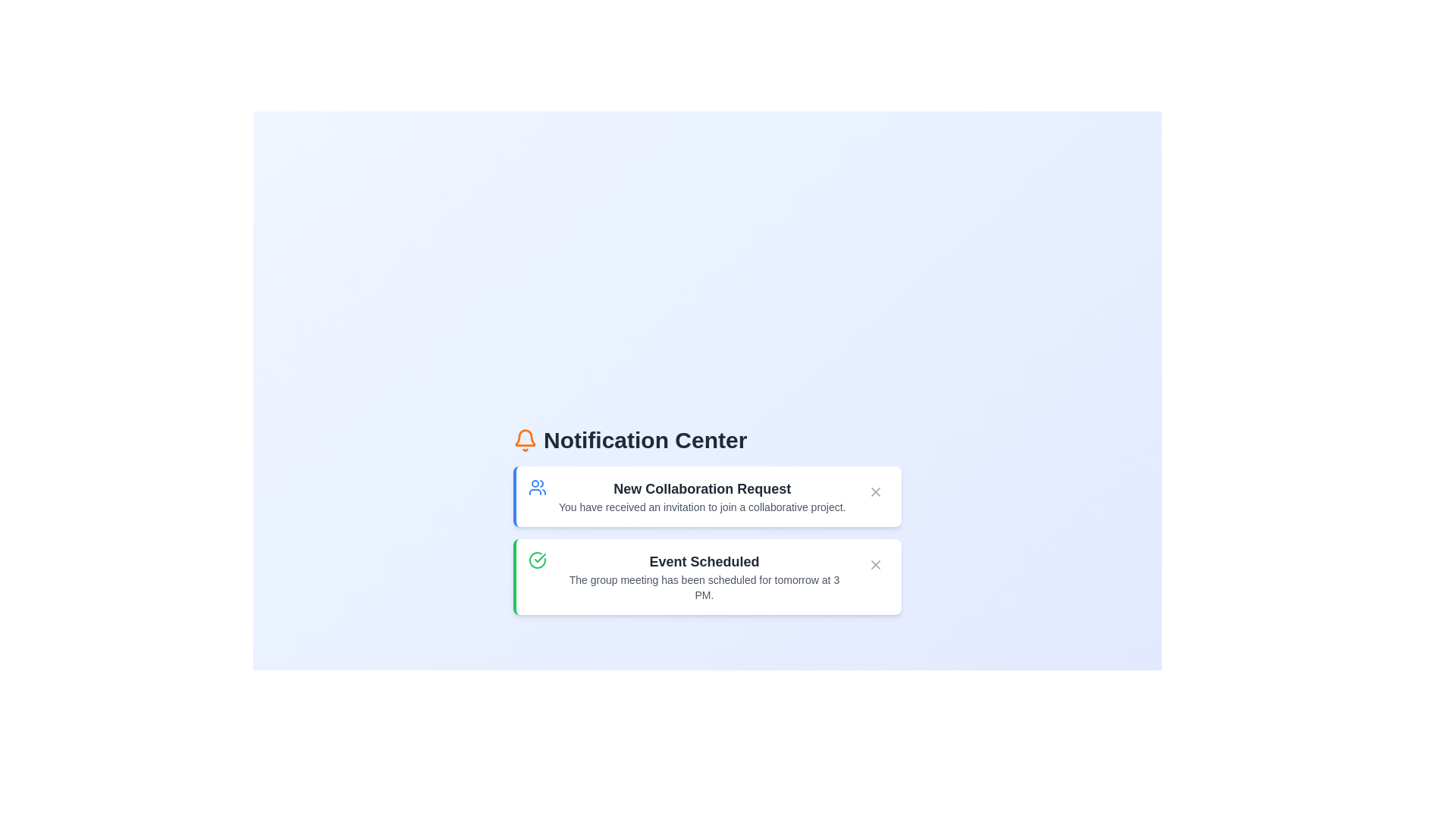 The width and height of the screenshot is (1456, 819). What do you see at coordinates (876, 564) in the screenshot?
I see `the dismiss icon located at the right-hand side of the 'Event Scheduled' notification box to observe any hover effects` at bounding box center [876, 564].